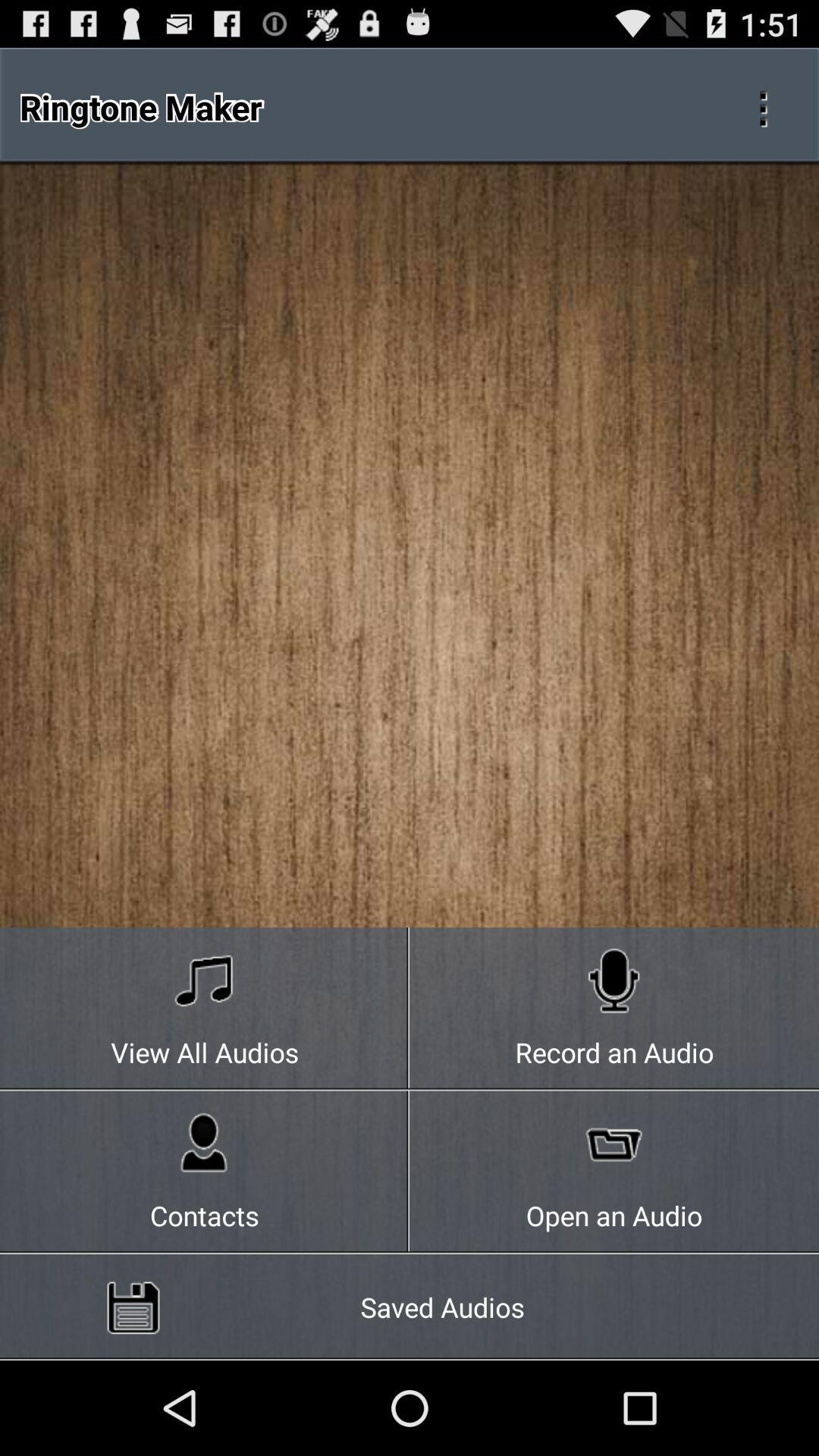 The width and height of the screenshot is (819, 1456). What do you see at coordinates (205, 1009) in the screenshot?
I see `the view all audios` at bounding box center [205, 1009].